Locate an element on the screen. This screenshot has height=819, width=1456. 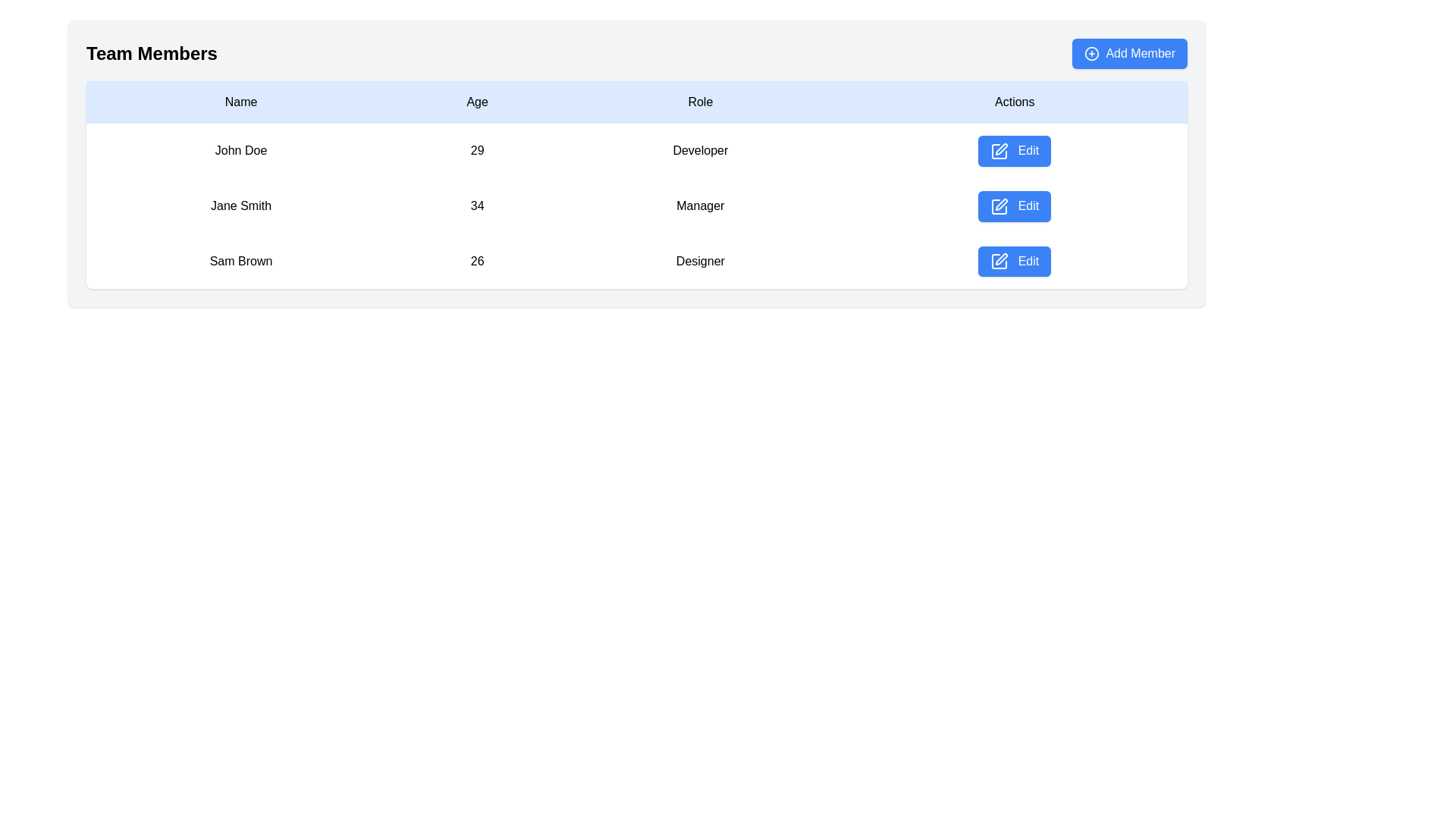
the text label displaying 'John Doe' located in the first row under the 'Name' column of the table is located at coordinates (240, 151).